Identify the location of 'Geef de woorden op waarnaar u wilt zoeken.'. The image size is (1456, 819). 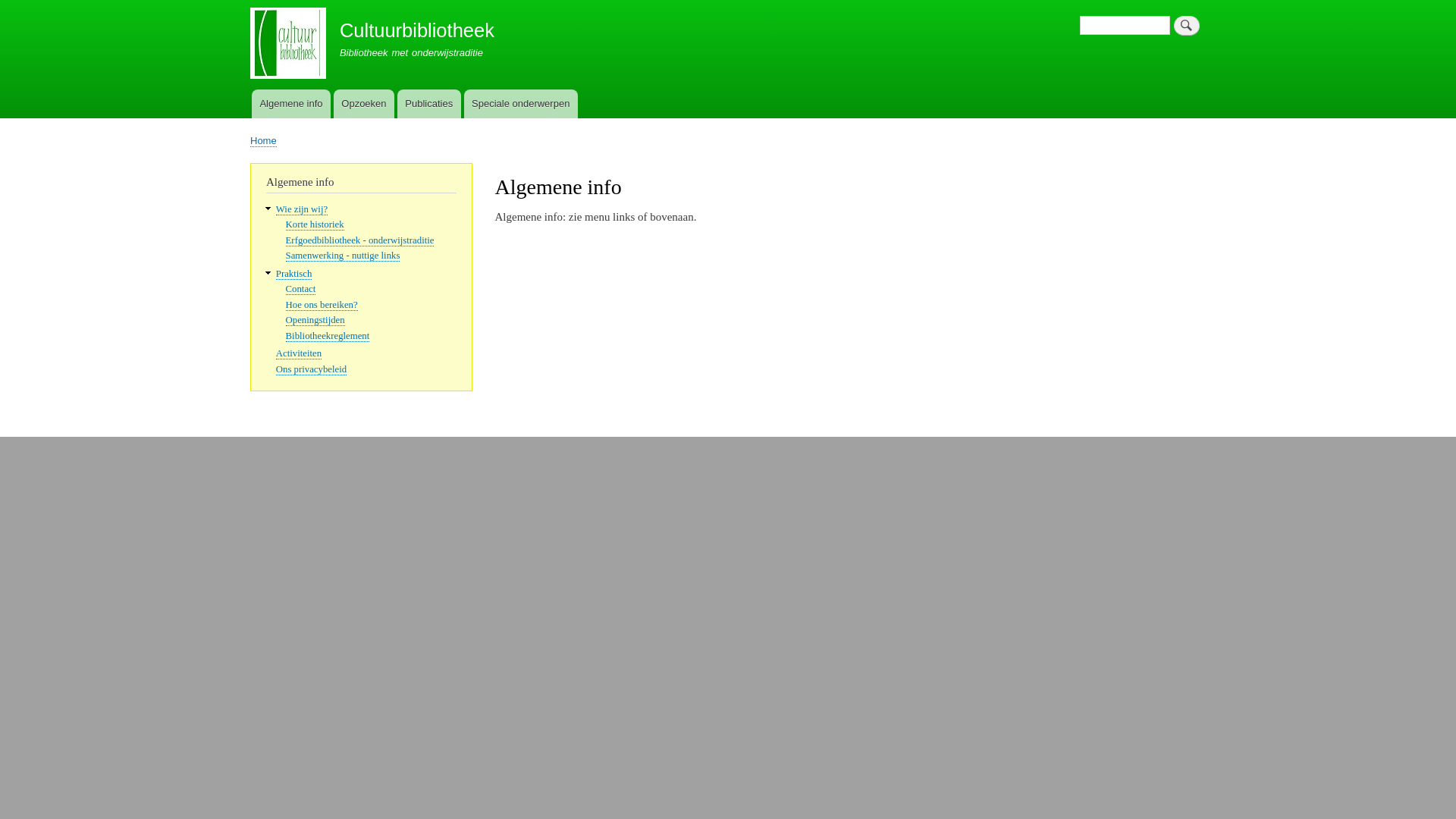
(1125, 25).